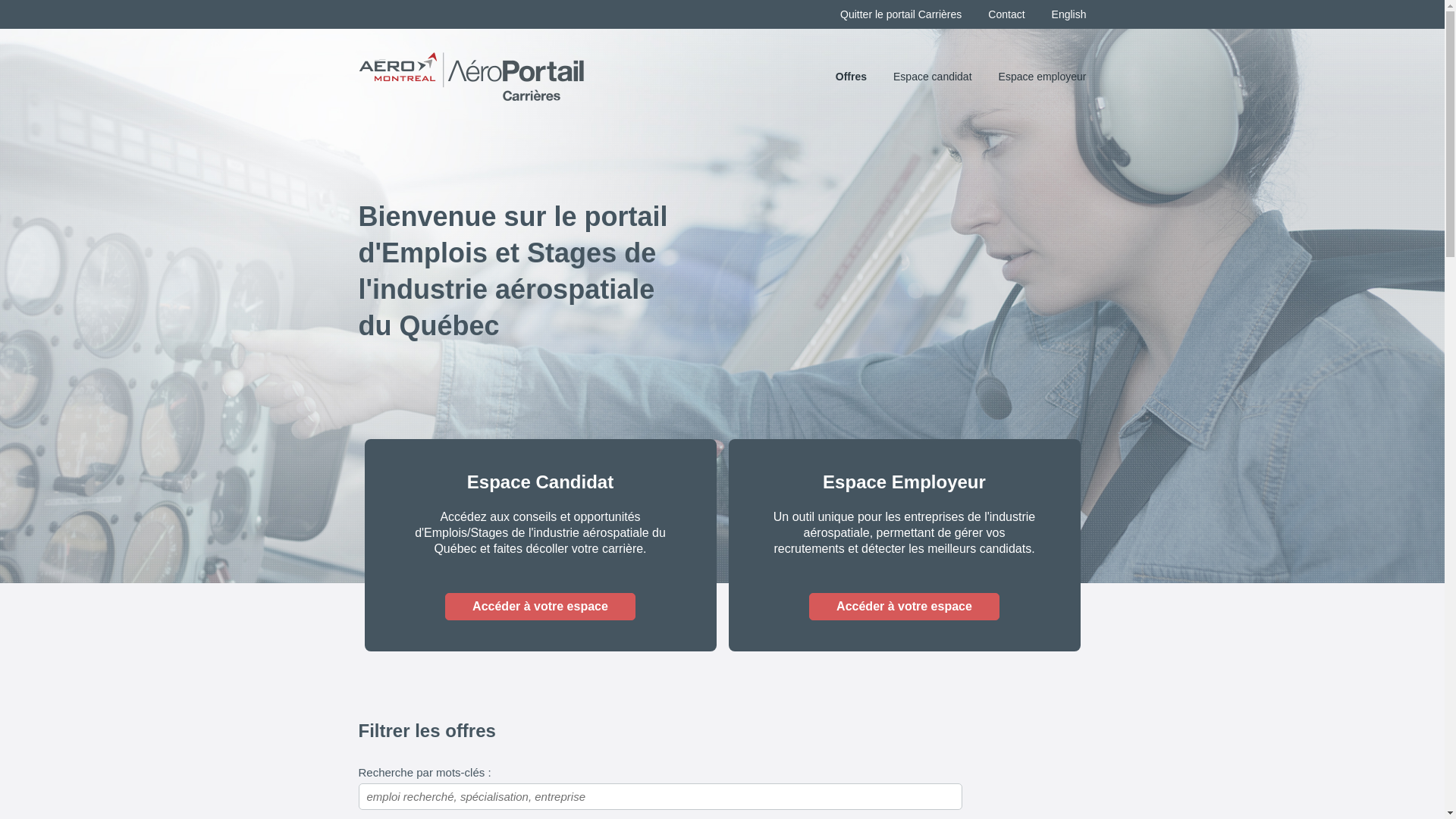 The width and height of the screenshot is (1456, 819). What do you see at coordinates (1041, 76) in the screenshot?
I see `'Espace employeur'` at bounding box center [1041, 76].